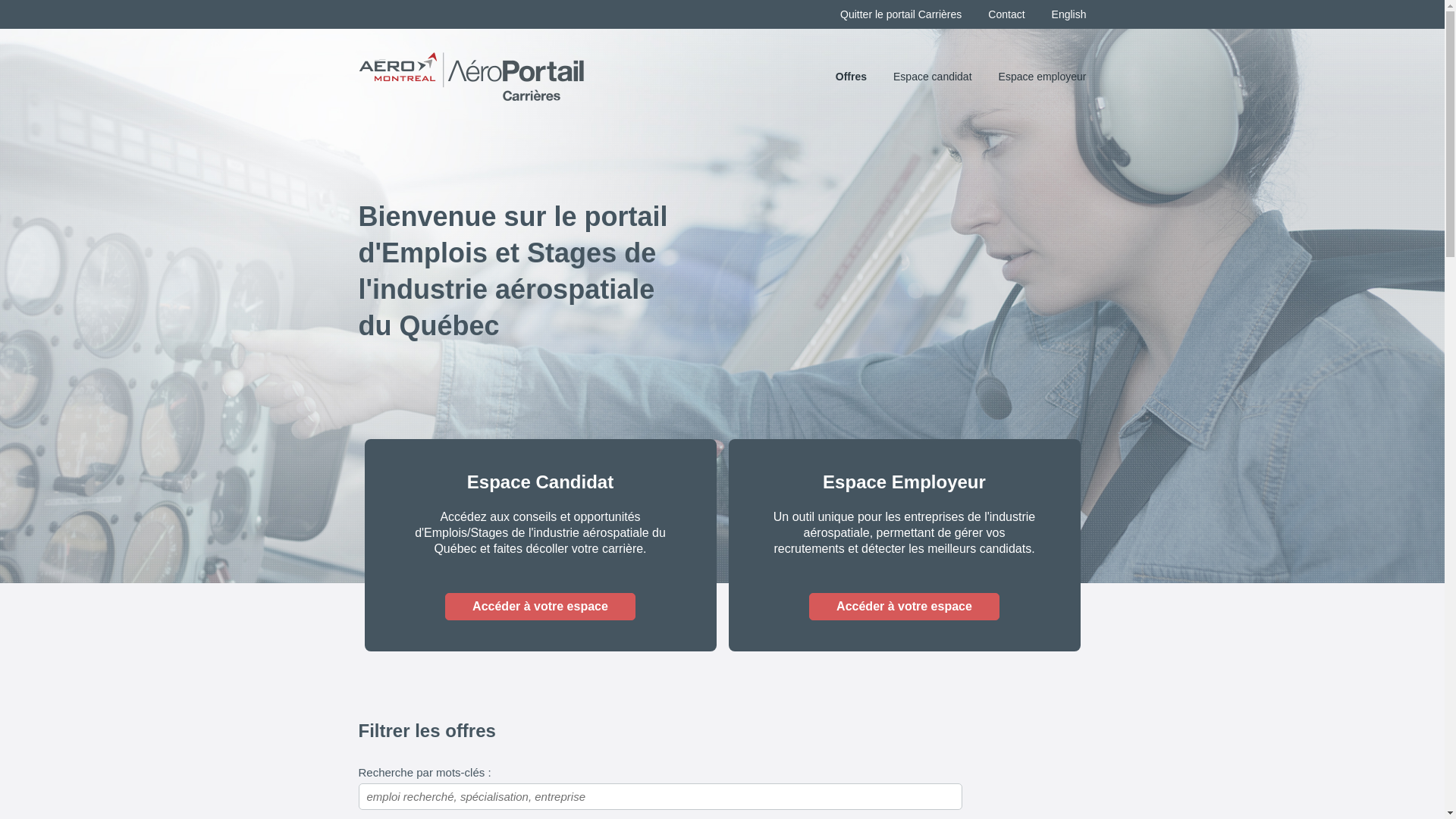 The width and height of the screenshot is (1456, 819). What do you see at coordinates (1041, 76) in the screenshot?
I see `'Espace employeur'` at bounding box center [1041, 76].